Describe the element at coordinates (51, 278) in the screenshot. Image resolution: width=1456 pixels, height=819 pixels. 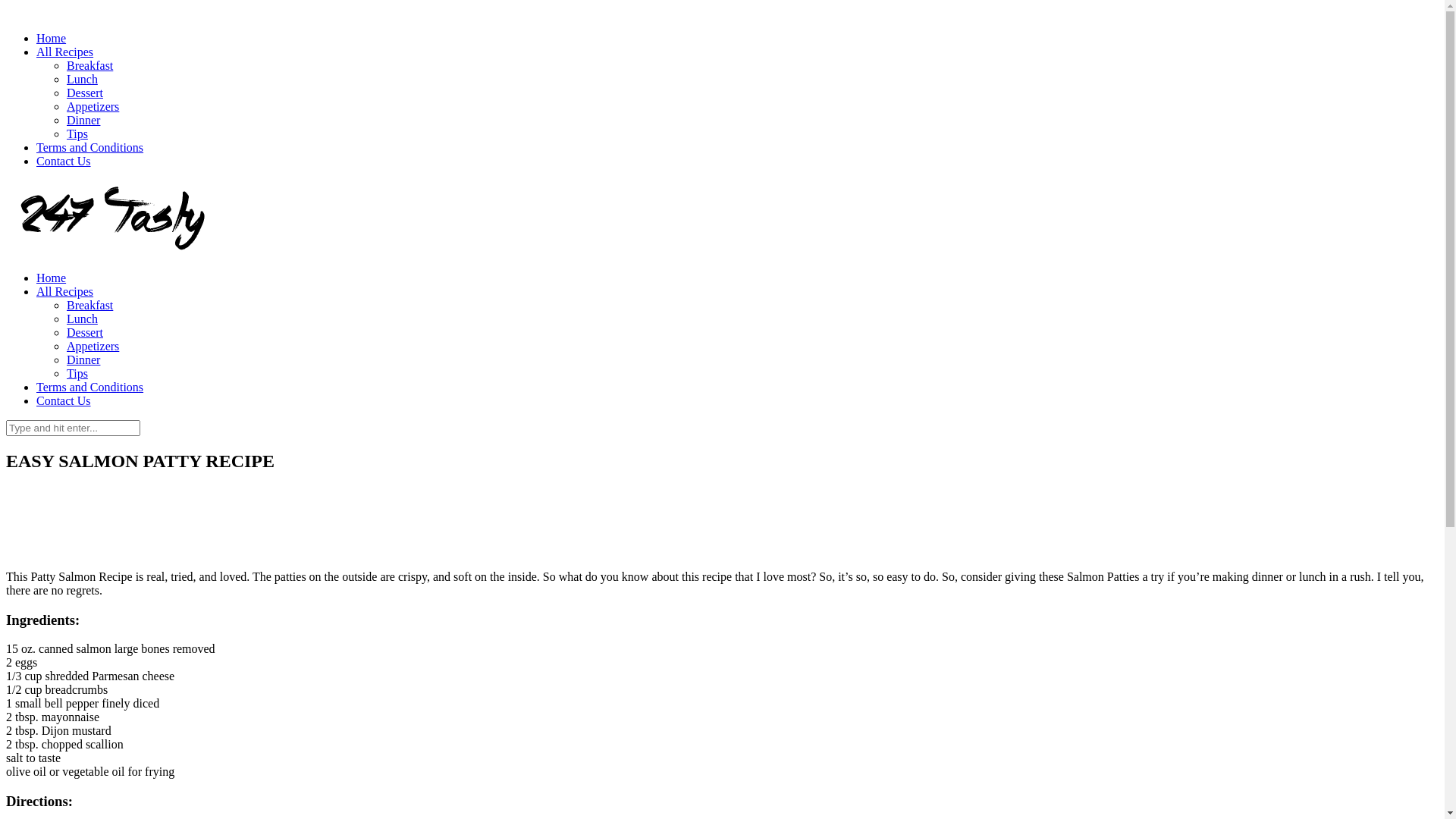
I see `'Home'` at that location.